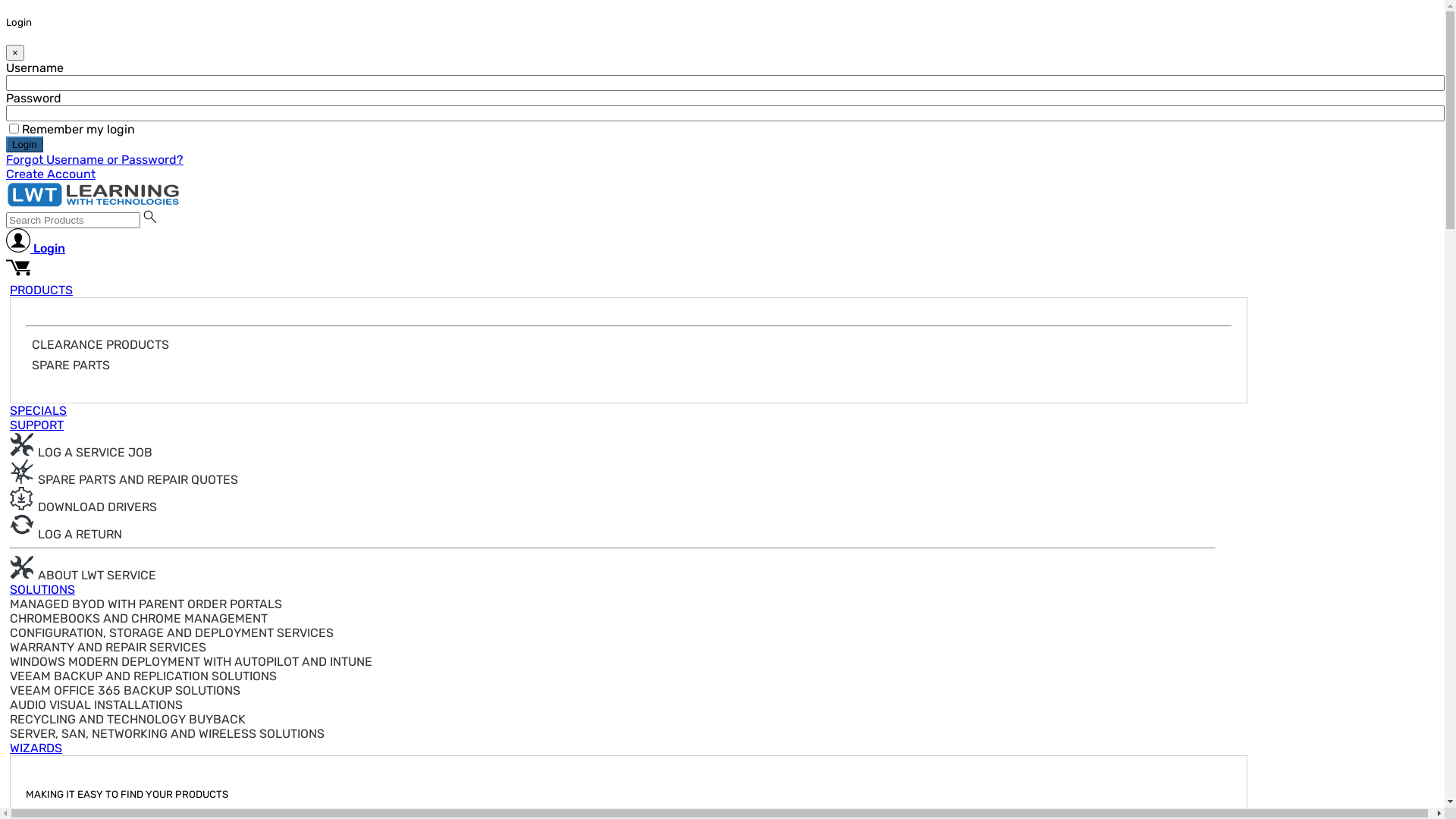  Describe the element at coordinates (138, 618) in the screenshot. I see `'CHROMEBOOKS AND CHROME MANAGEMENT'` at that location.